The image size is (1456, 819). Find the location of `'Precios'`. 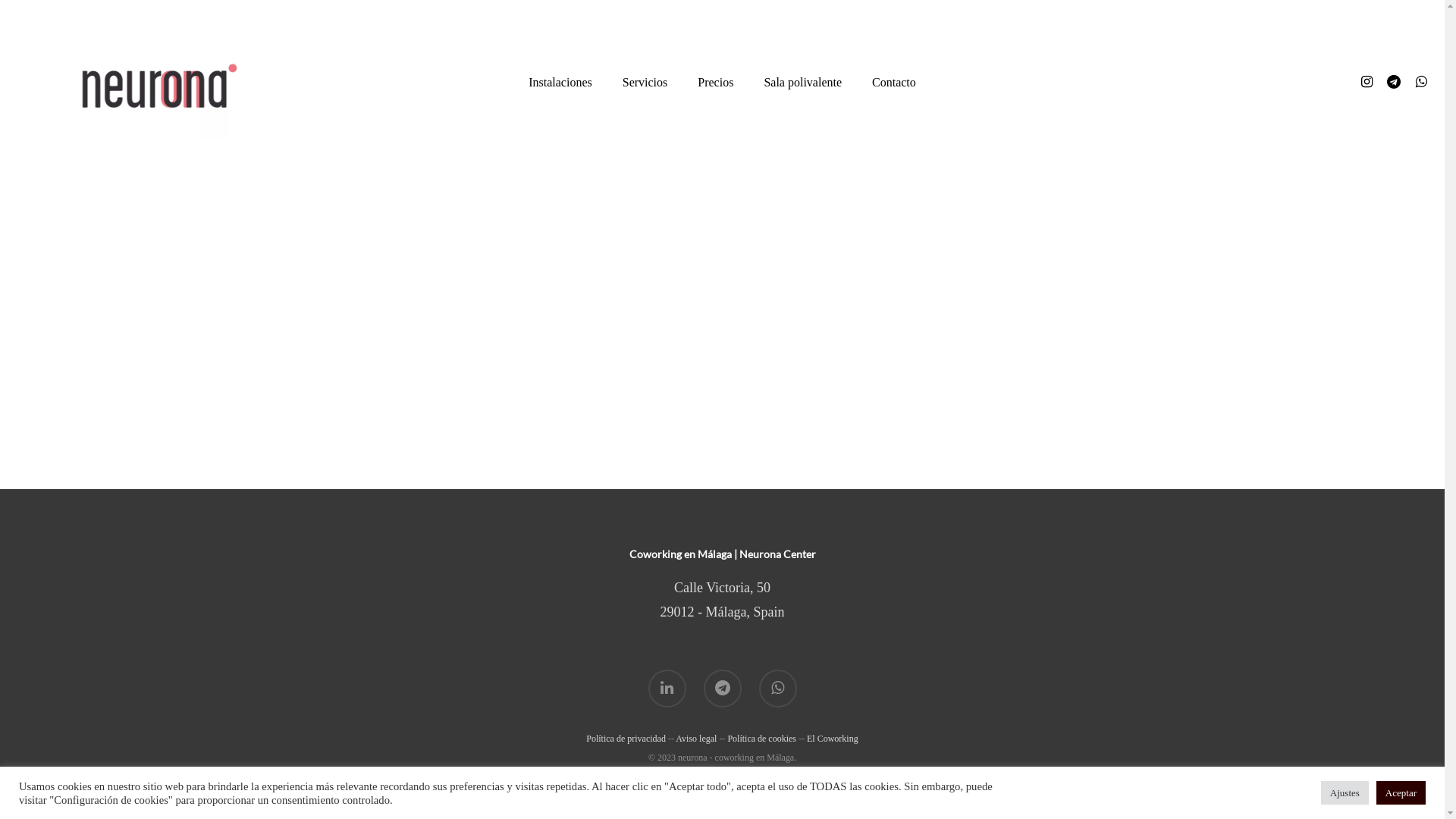

'Precios' is located at coordinates (714, 82).